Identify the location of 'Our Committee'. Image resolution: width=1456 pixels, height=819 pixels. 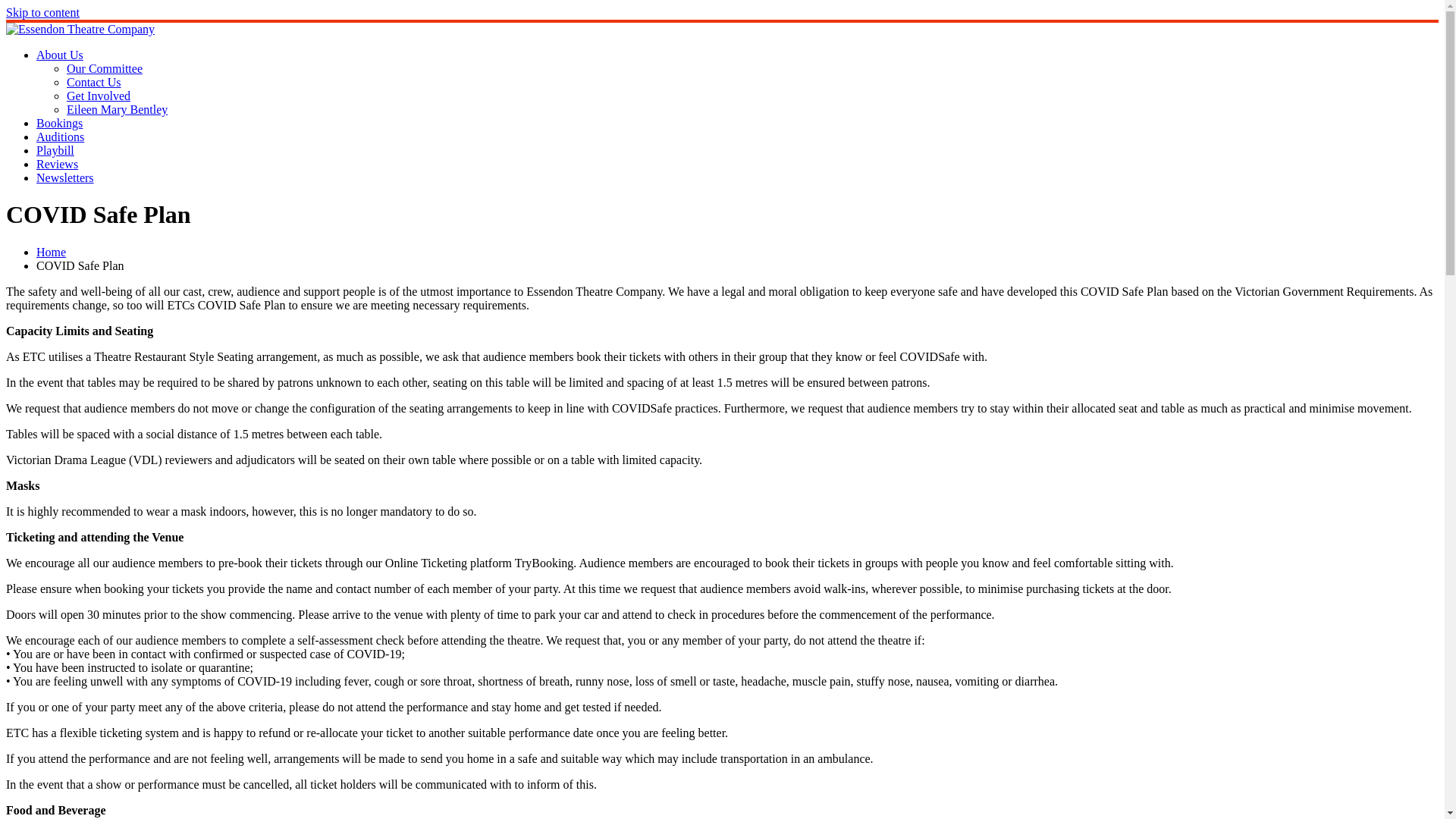
(65, 68).